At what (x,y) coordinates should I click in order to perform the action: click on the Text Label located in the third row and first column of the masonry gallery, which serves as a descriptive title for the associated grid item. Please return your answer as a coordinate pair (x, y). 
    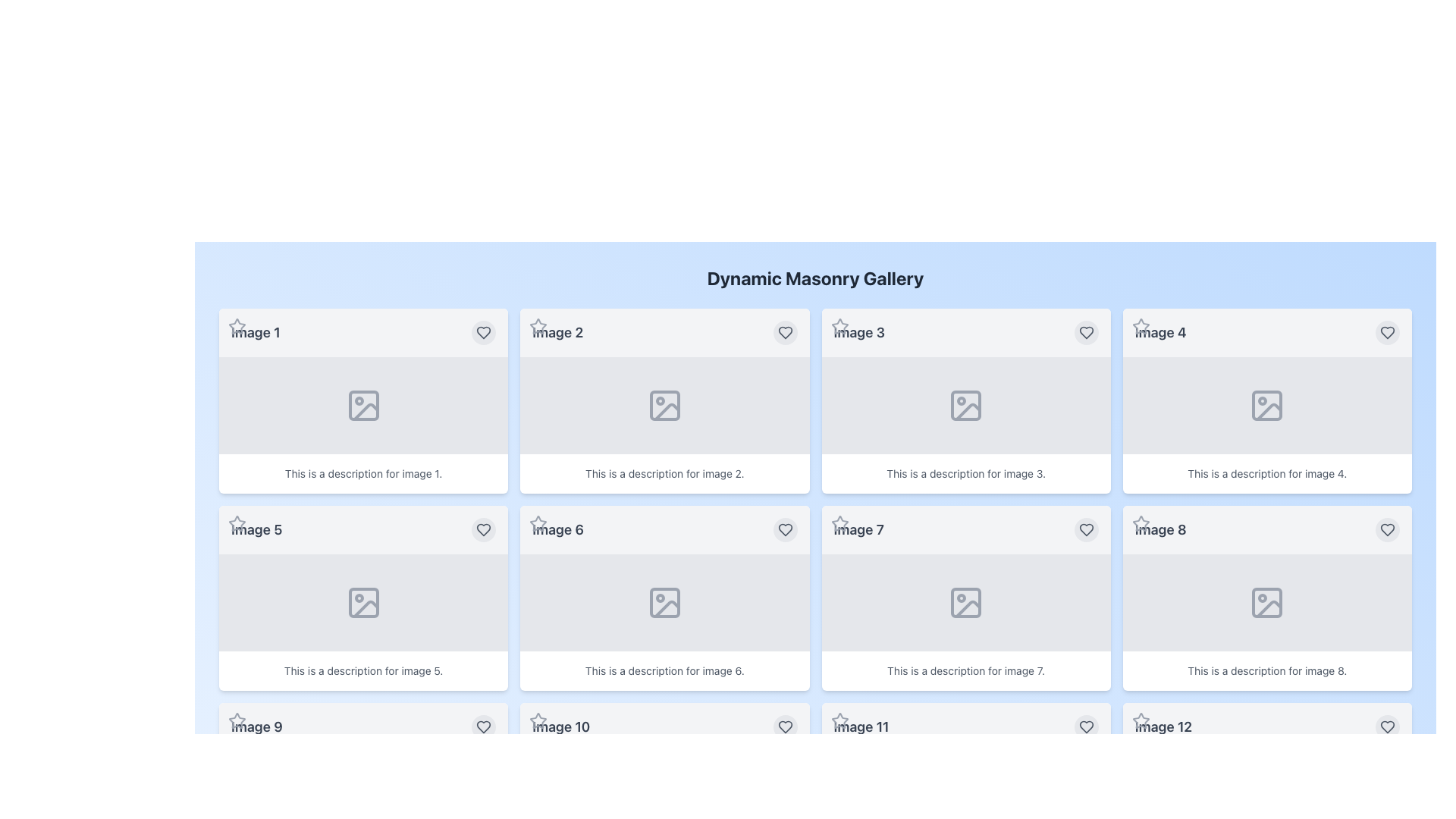
    Looking at the image, I should click on (256, 726).